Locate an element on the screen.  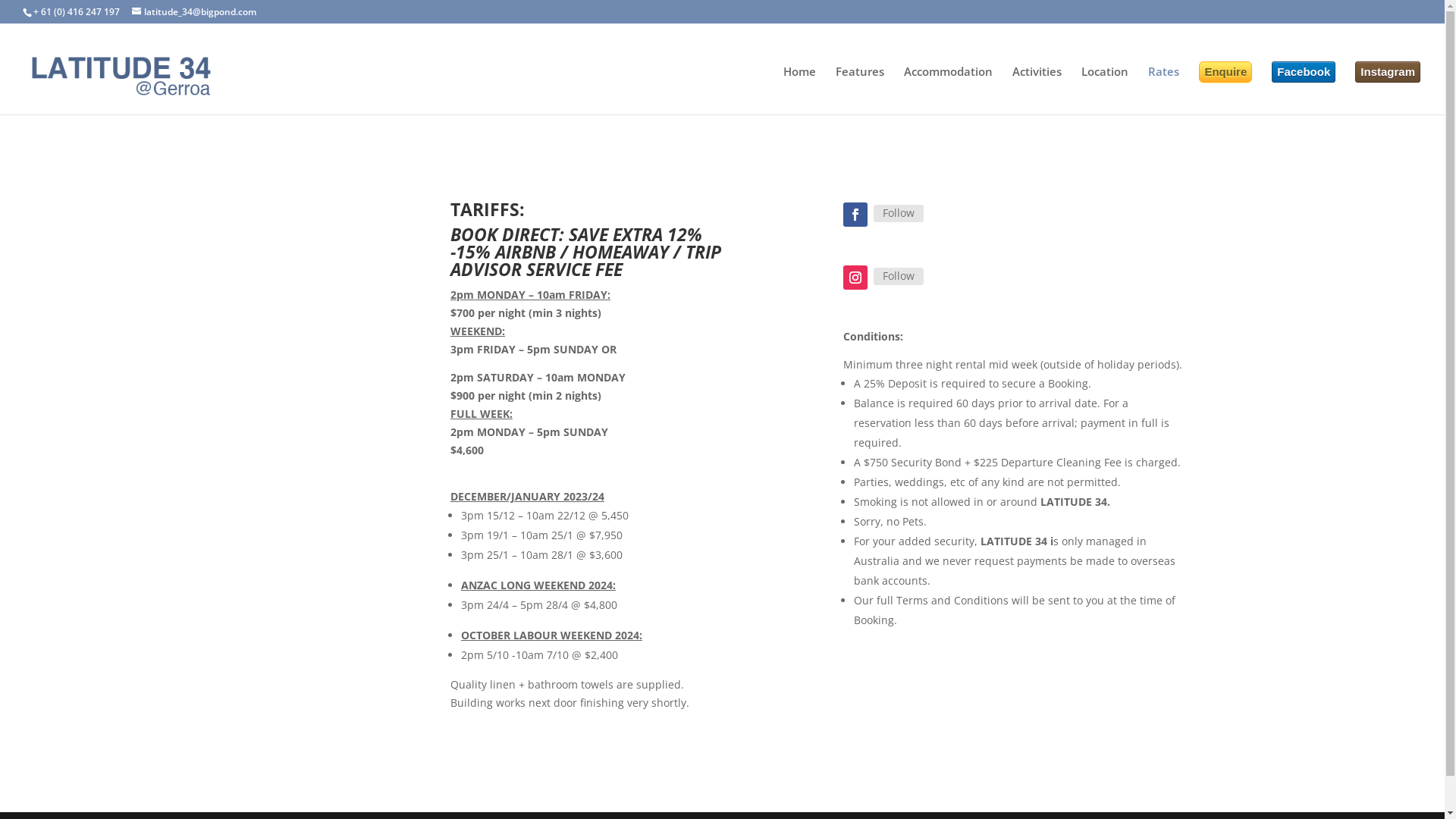
'Follow on Instagram' is located at coordinates (843, 278).